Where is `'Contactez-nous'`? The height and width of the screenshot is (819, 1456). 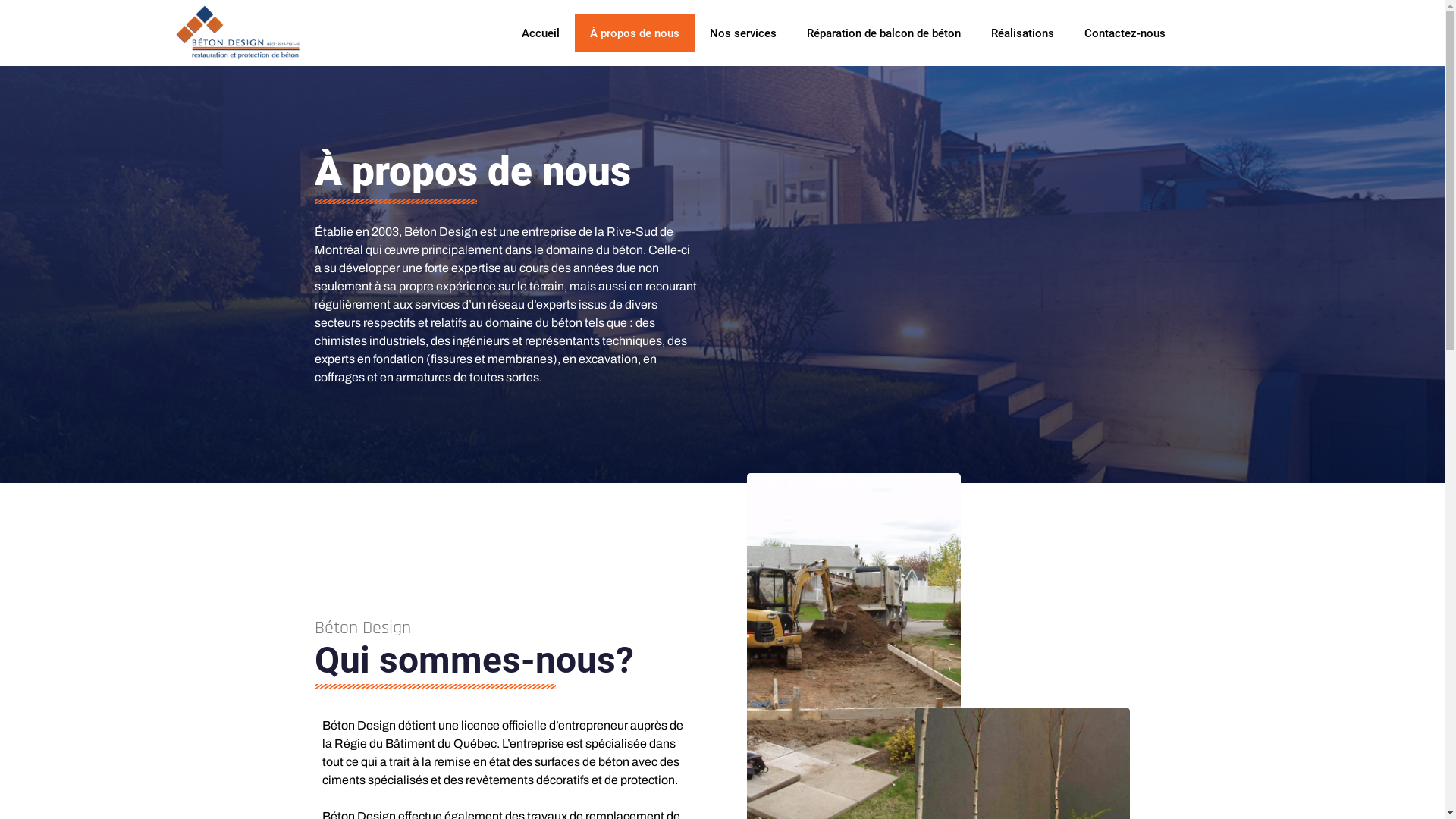 'Contactez-nous' is located at coordinates (1125, 33).